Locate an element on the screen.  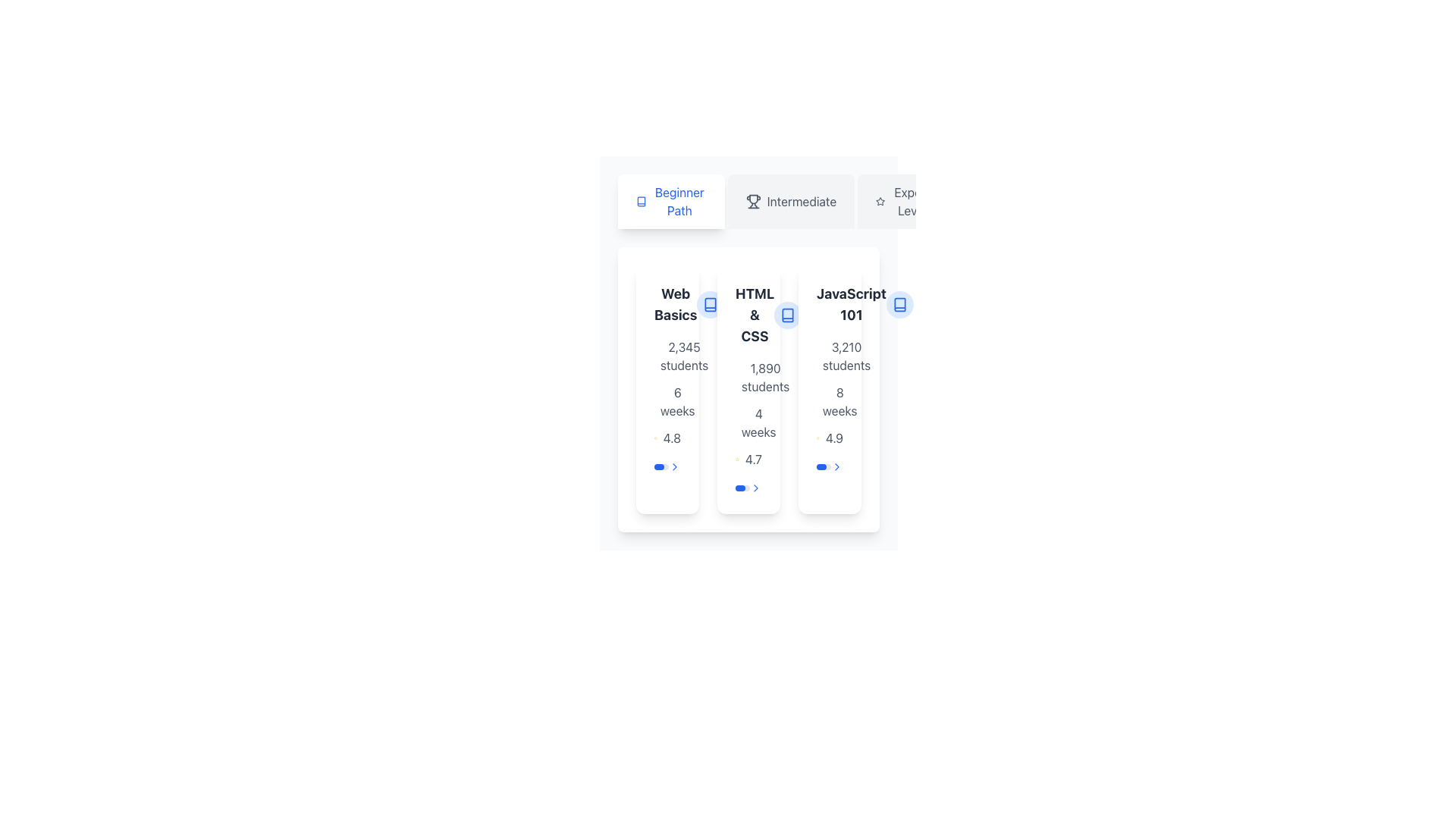
the text element that provides information about the duration of the course 'JavaScript 101', which is located centrally below the student count and above the rating indicator within the course card is located at coordinates (839, 400).